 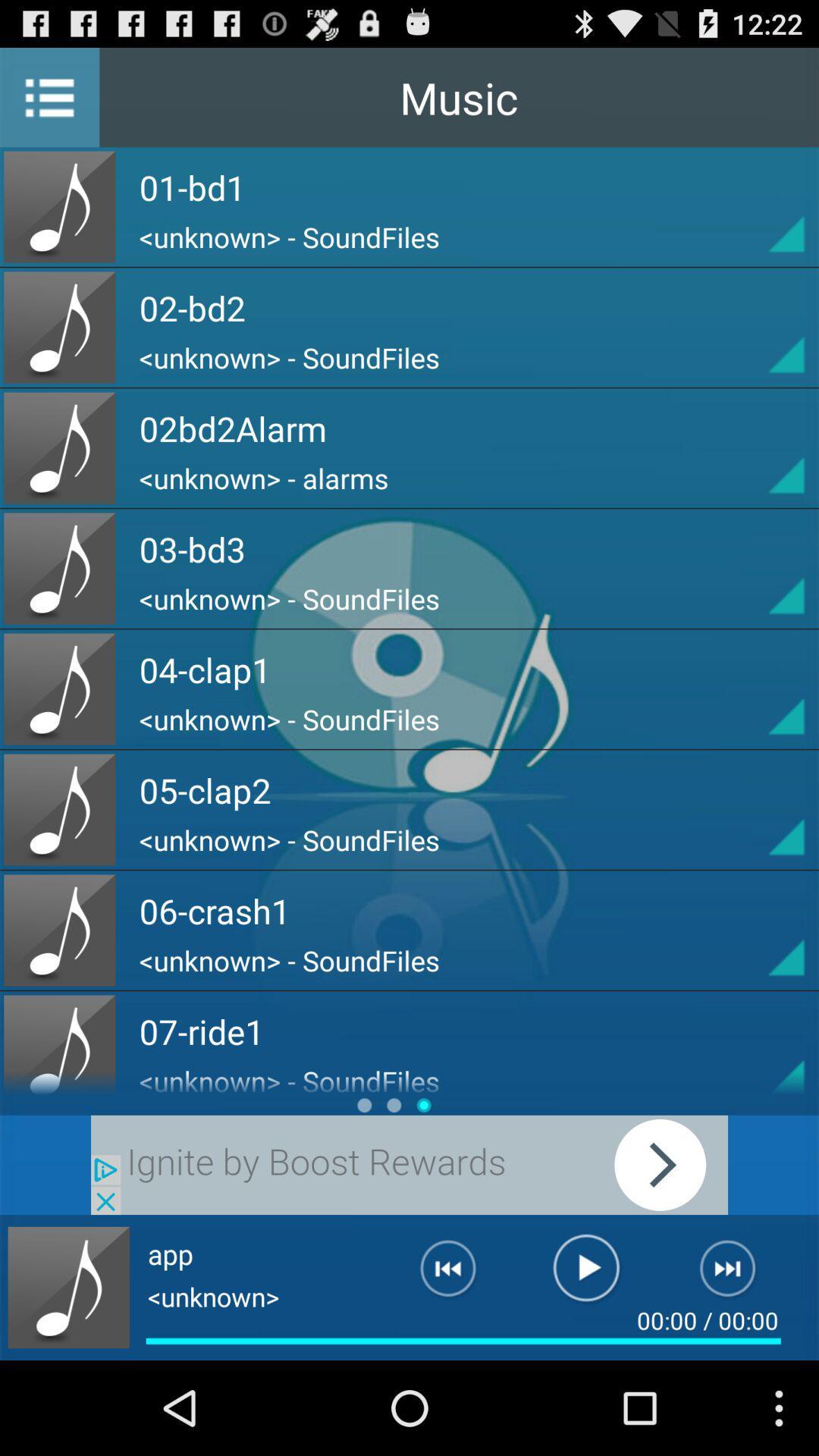 What do you see at coordinates (68, 1287) in the screenshot?
I see `music` at bounding box center [68, 1287].